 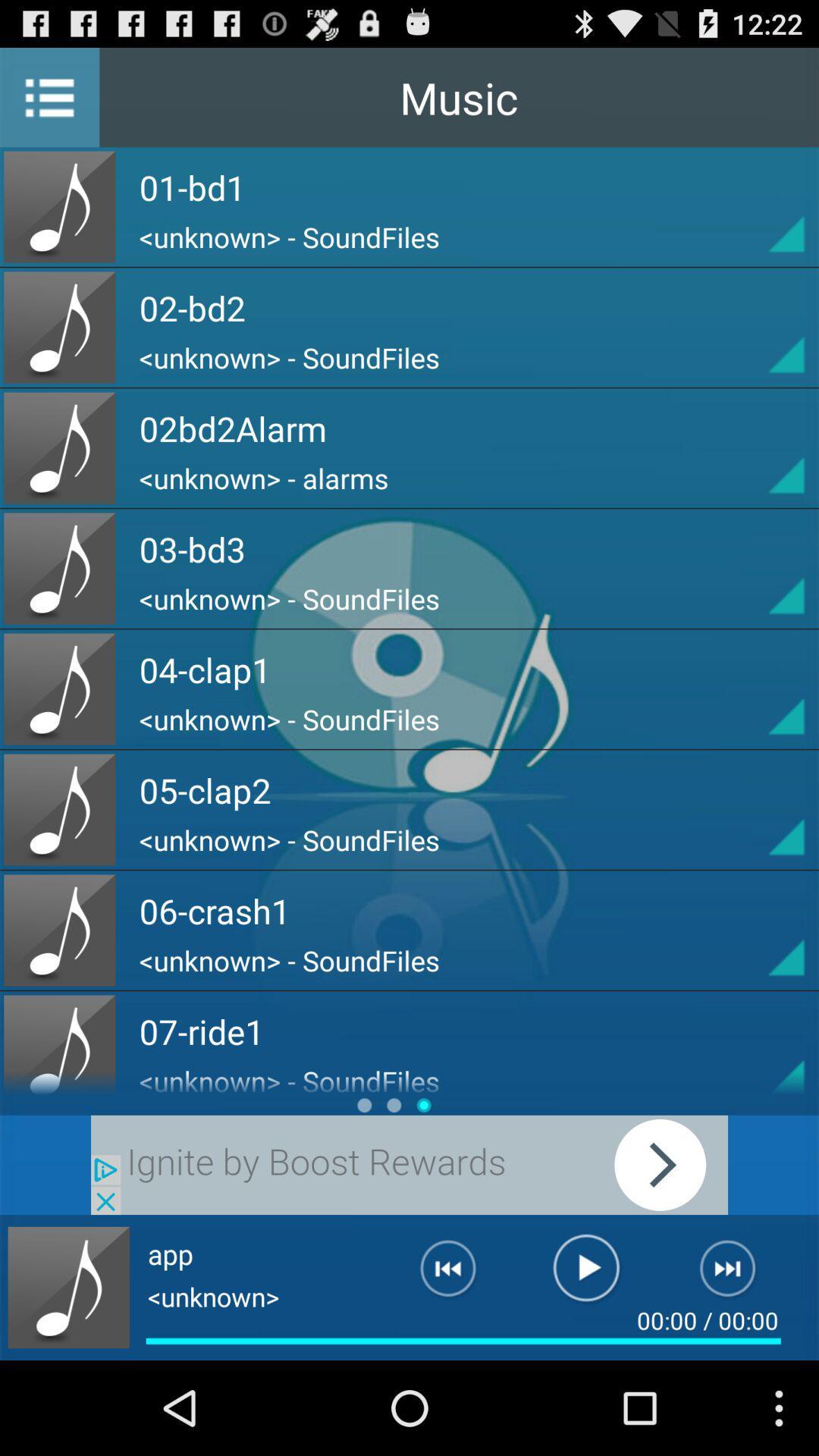 What do you see at coordinates (68, 1287) in the screenshot?
I see `music` at bounding box center [68, 1287].